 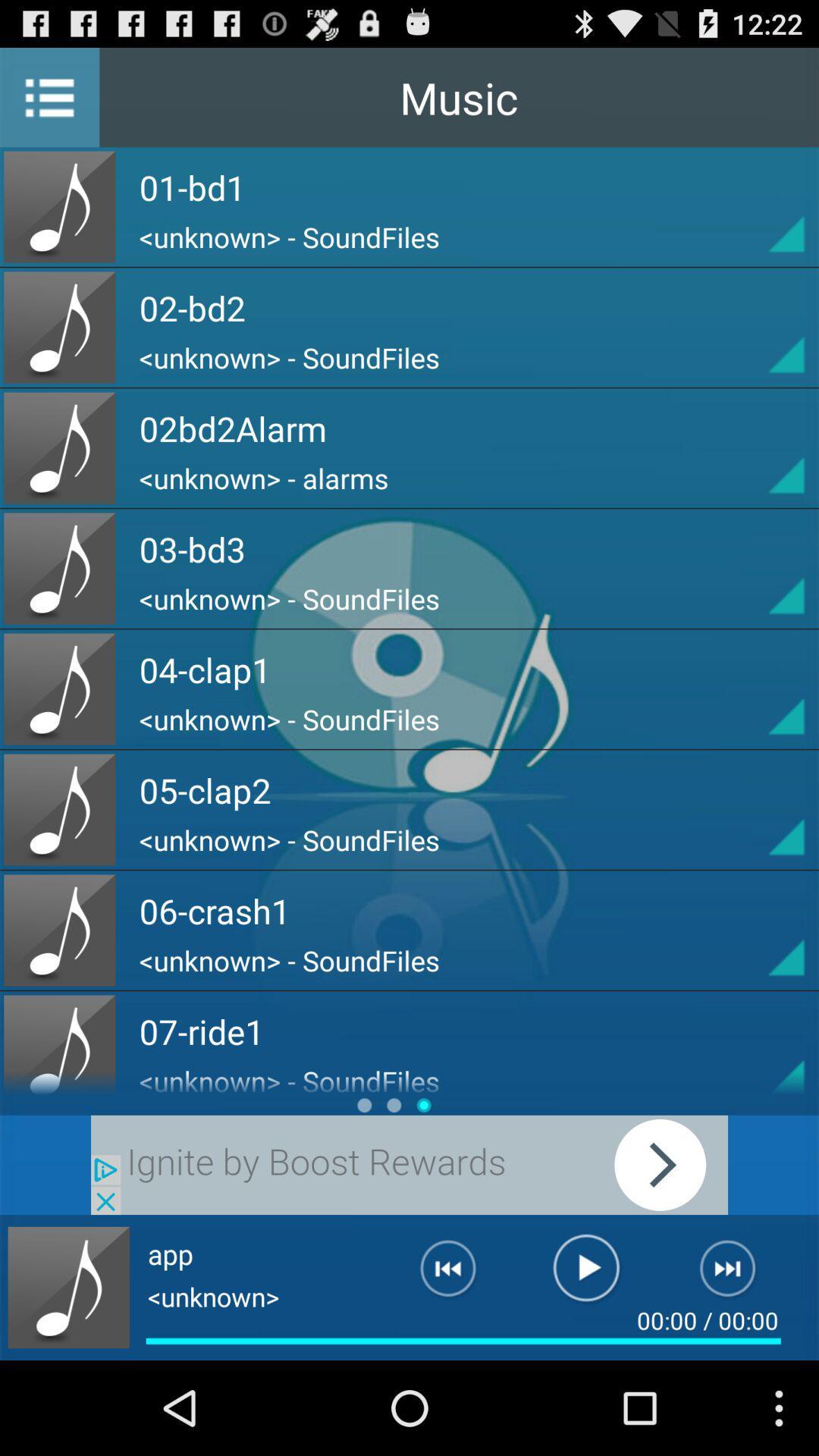 What do you see at coordinates (68, 1287) in the screenshot?
I see `music` at bounding box center [68, 1287].